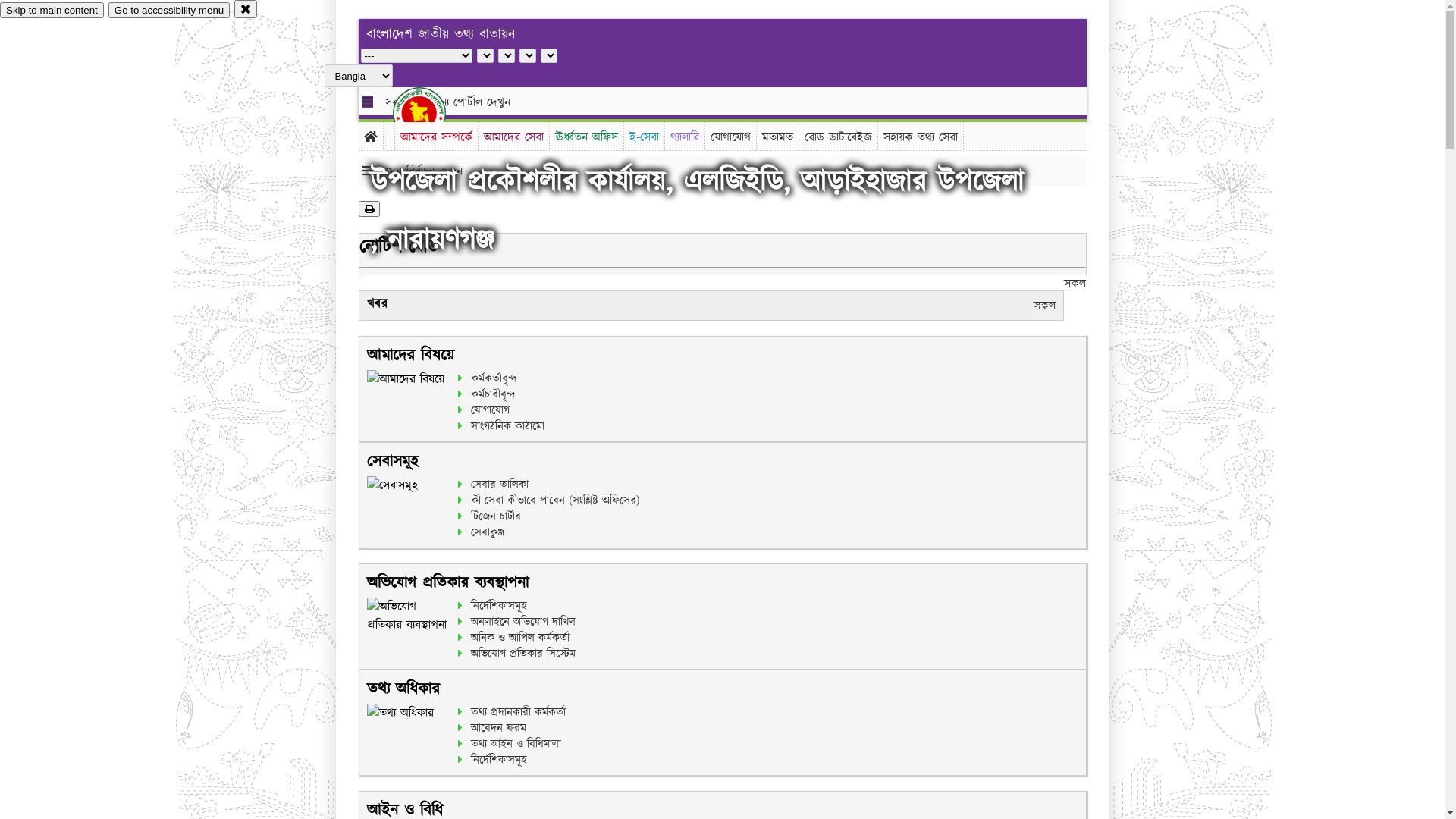 The height and width of the screenshot is (819, 1456). I want to click on ', so click(431, 112).